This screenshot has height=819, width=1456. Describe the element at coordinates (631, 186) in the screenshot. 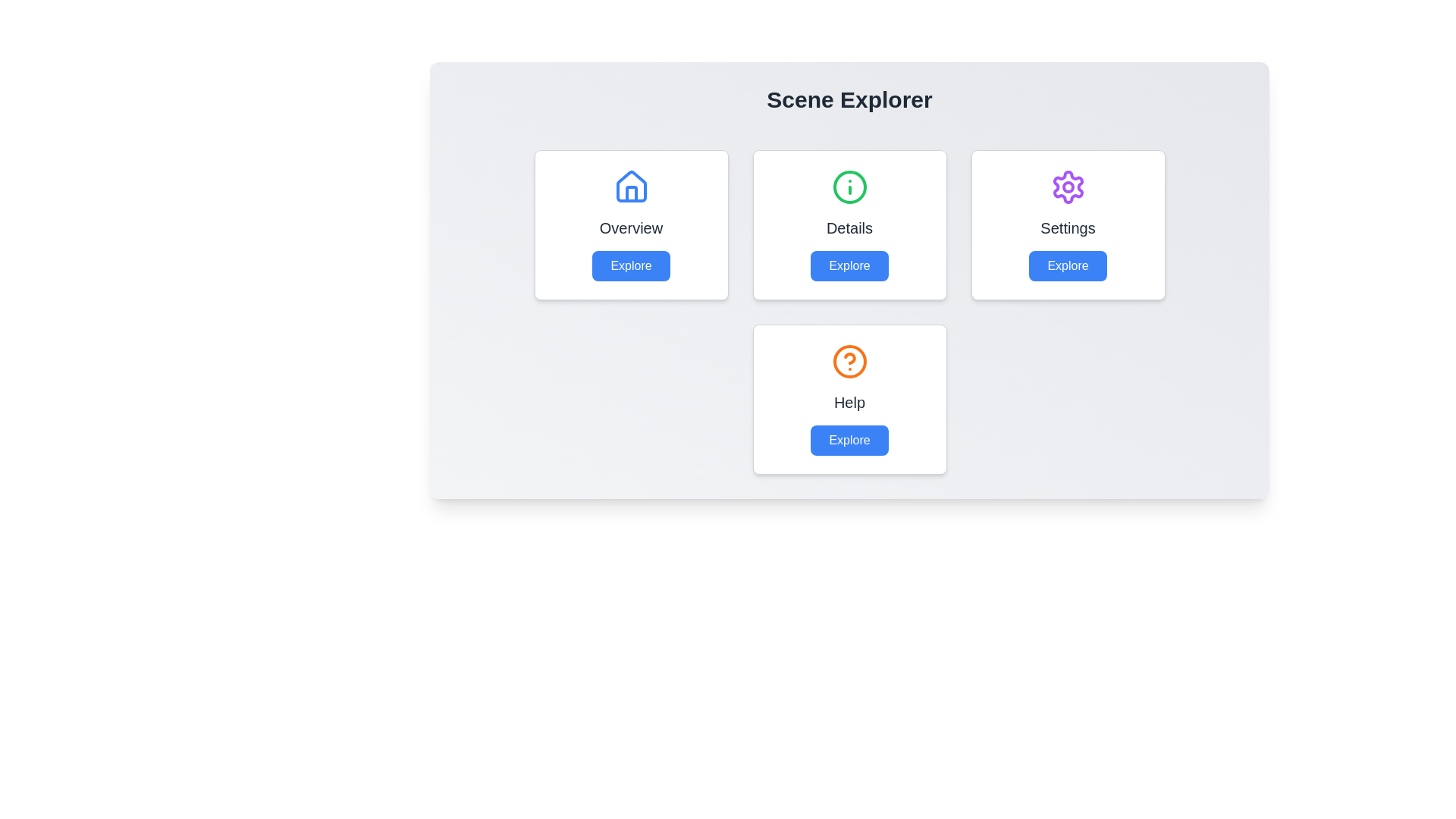

I see `the house-shaped SVG icon located at the top-left position of the 2x2 grid layout` at that location.